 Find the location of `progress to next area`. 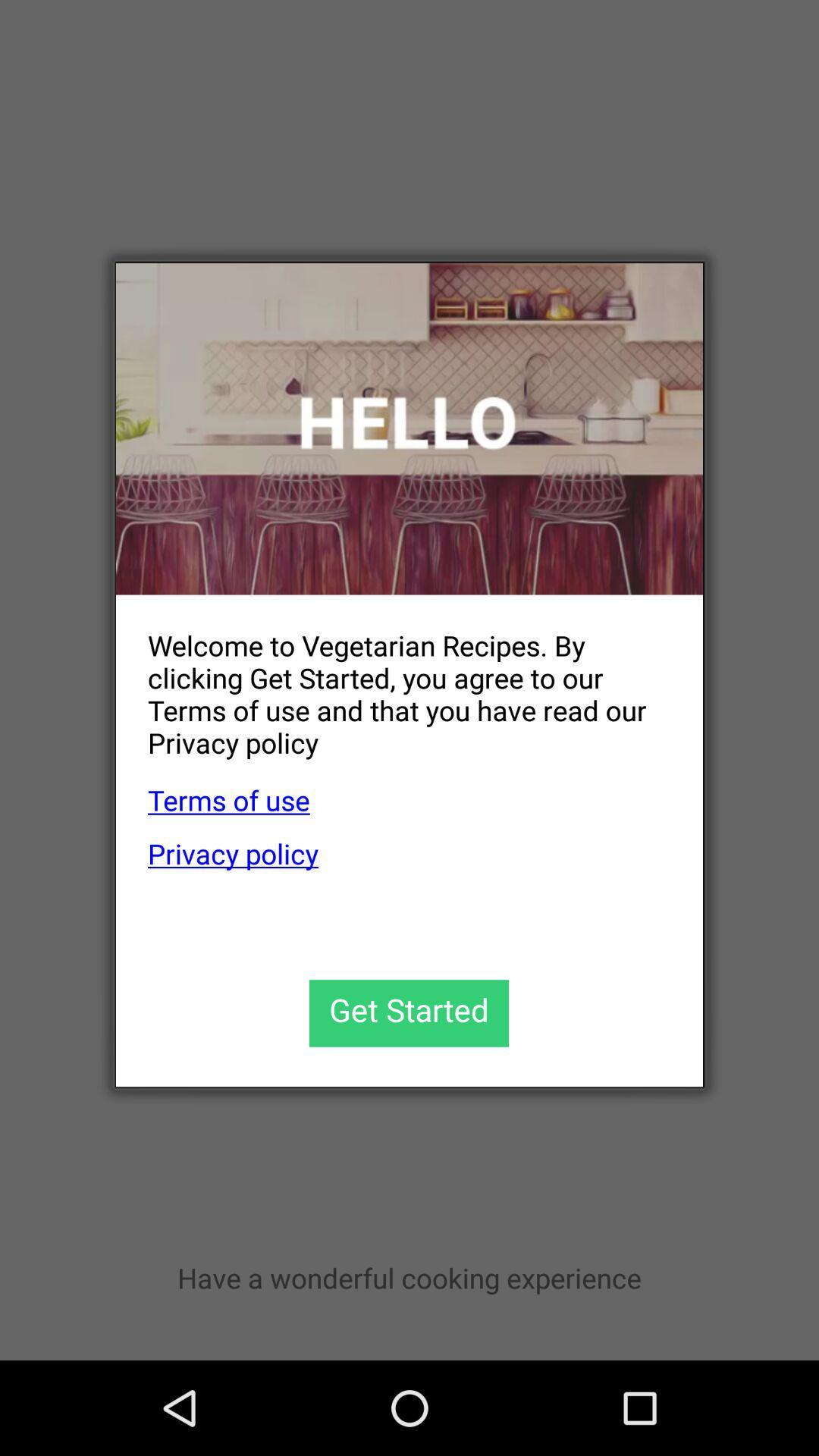

progress to next area is located at coordinates (408, 1013).